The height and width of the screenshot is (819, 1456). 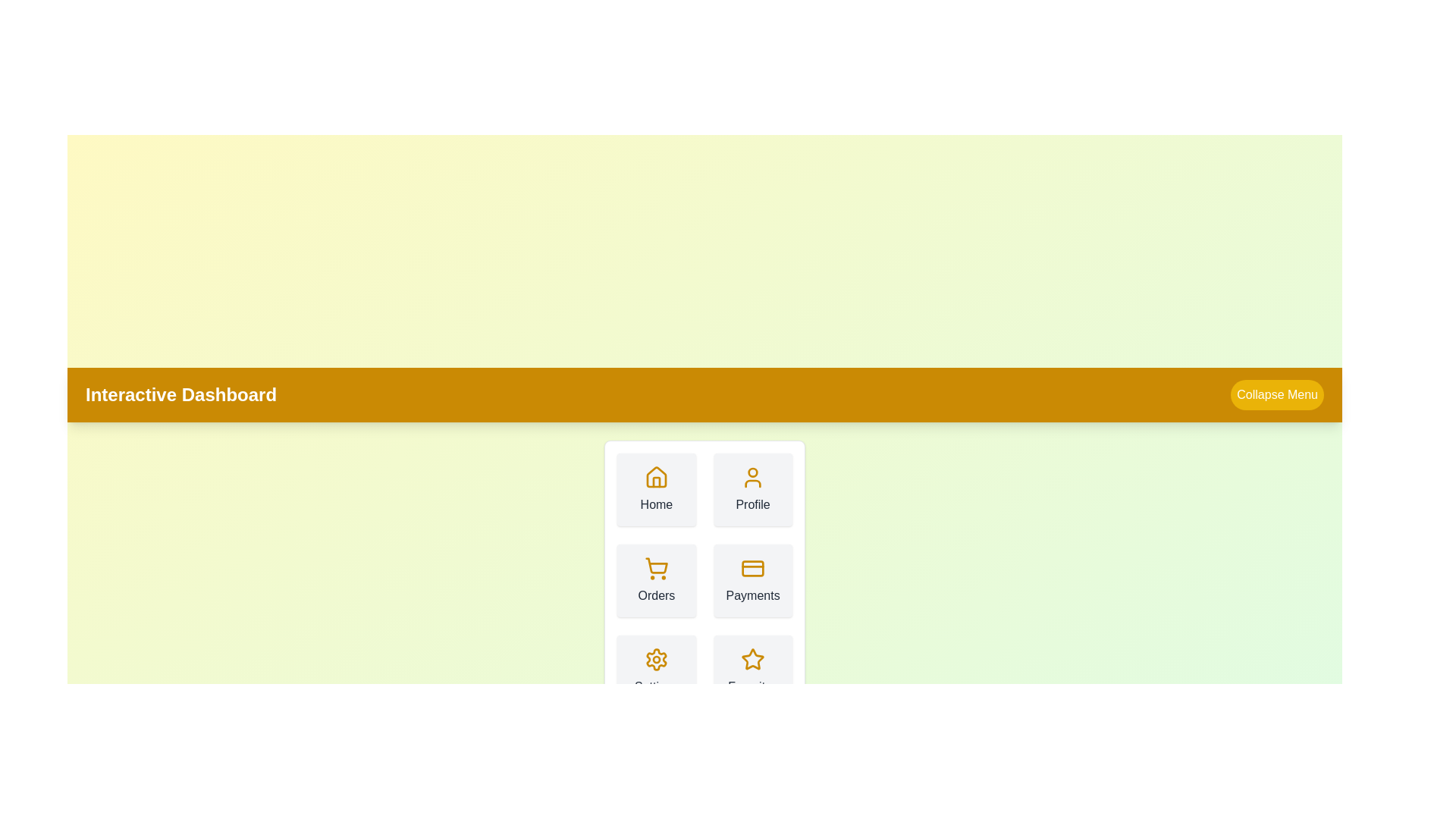 What do you see at coordinates (655, 489) in the screenshot?
I see `the 'Home' button in the menu` at bounding box center [655, 489].